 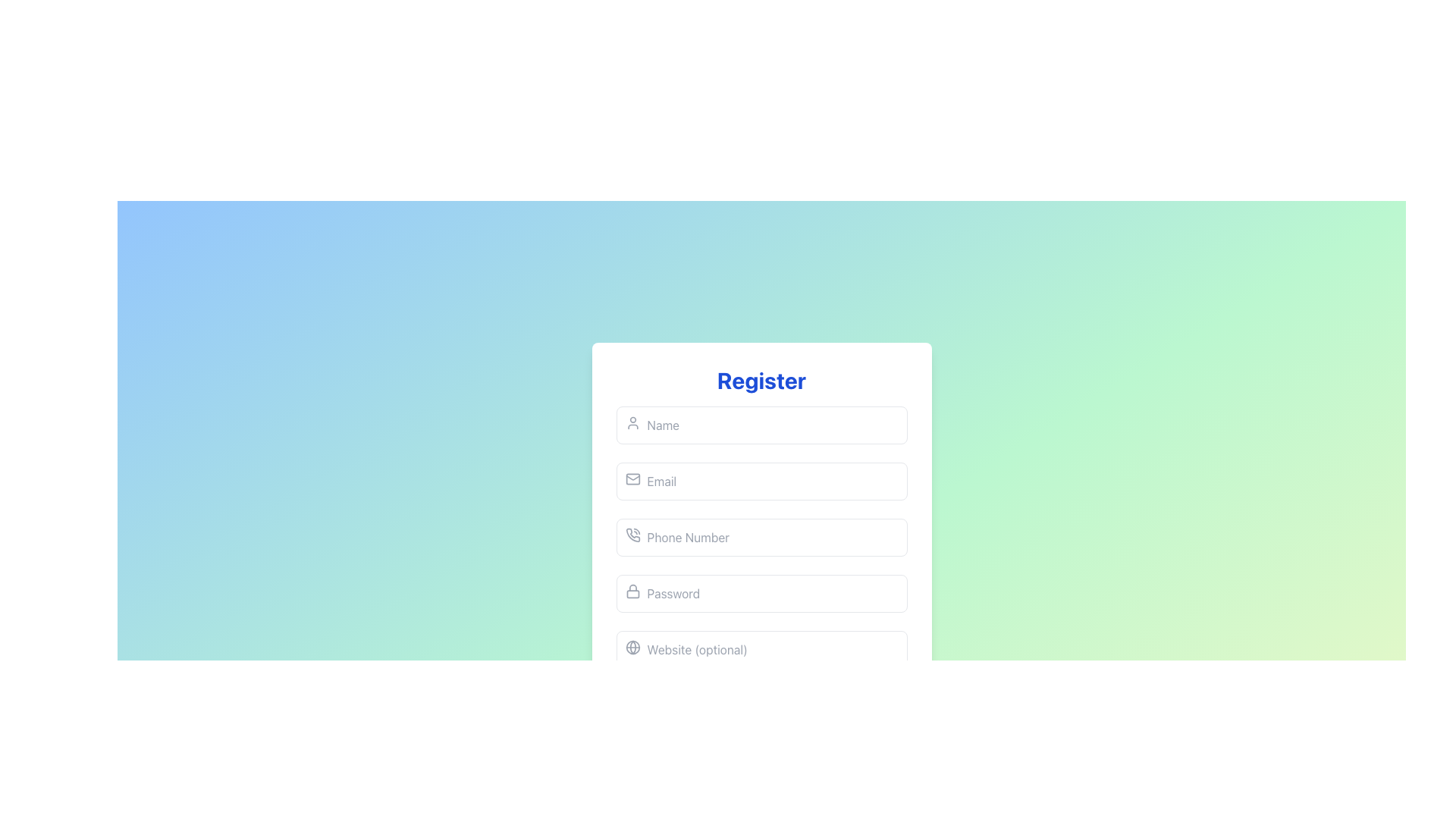 What do you see at coordinates (632, 534) in the screenshot?
I see `the phone number field icon, which is positioned to the left of the 'Phone Number' input field in the registration form` at bounding box center [632, 534].